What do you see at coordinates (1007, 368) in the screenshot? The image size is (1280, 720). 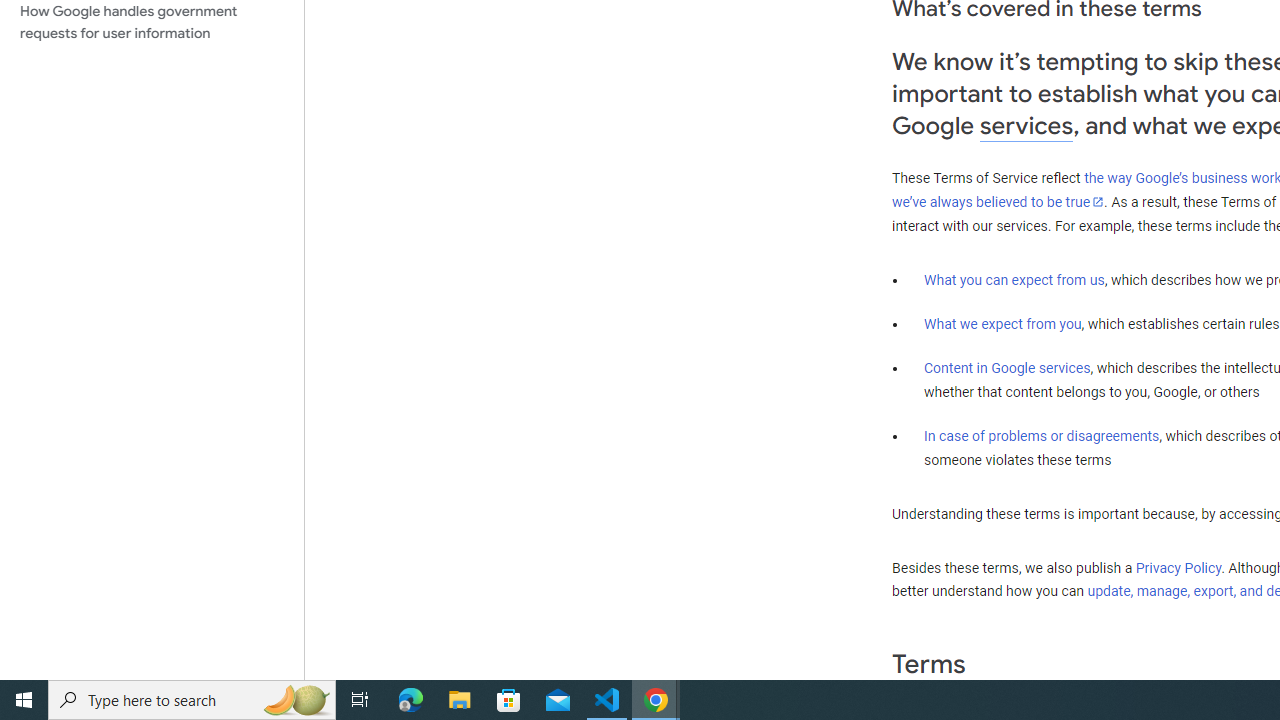 I see `'Content in Google services'` at bounding box center [1007, 368].